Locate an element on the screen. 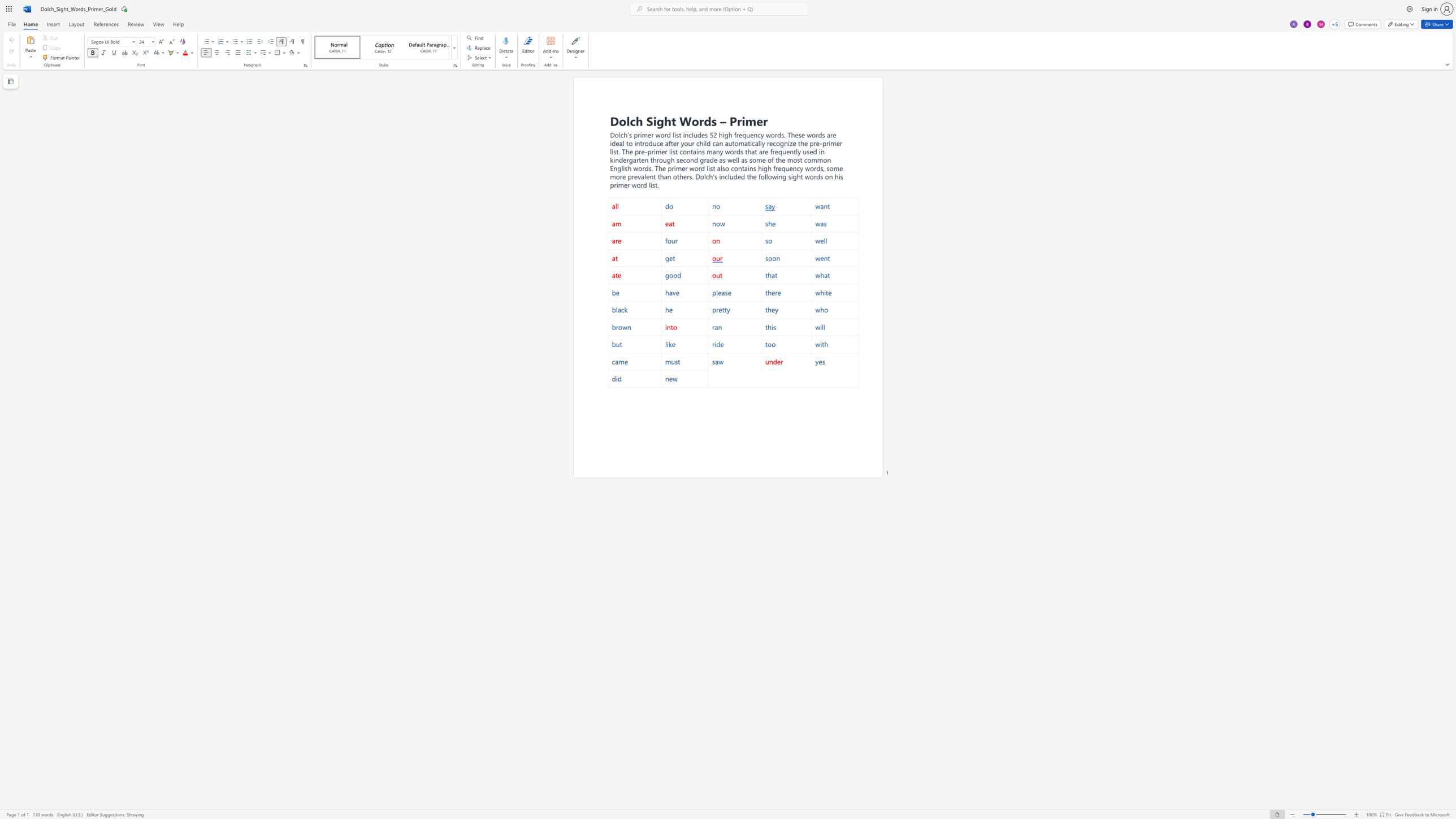 This screenshot has width=1456, height=819. the 1th character "g" in the text is located at coordinates (726, 134).